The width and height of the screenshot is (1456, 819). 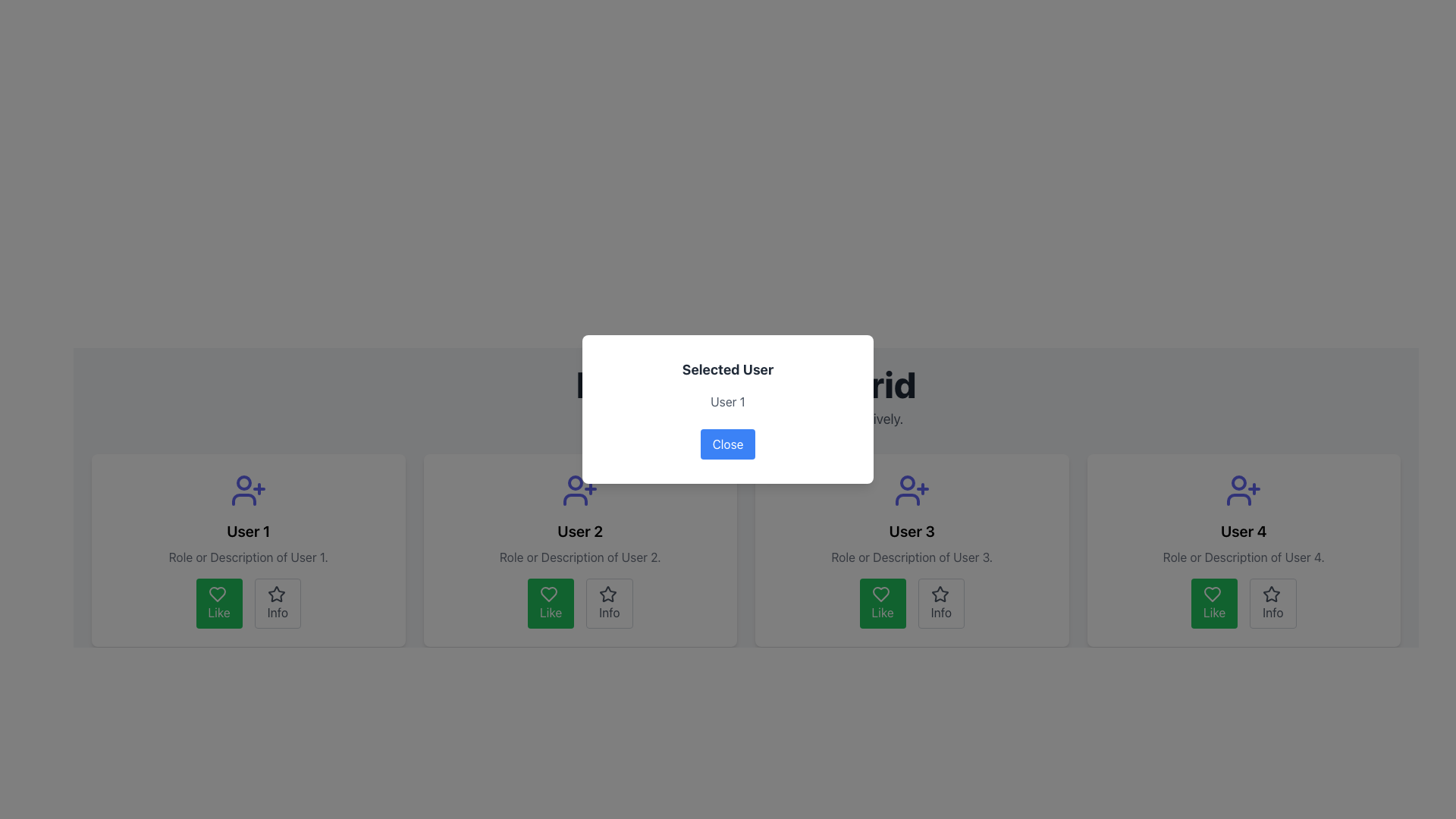 What do you see at coordinates (276, 593) in the screenshot?
I see `the star-shaped icon located in the center of the 'Info' button within the card for 'User 1'` at bounding box center [276, 593].